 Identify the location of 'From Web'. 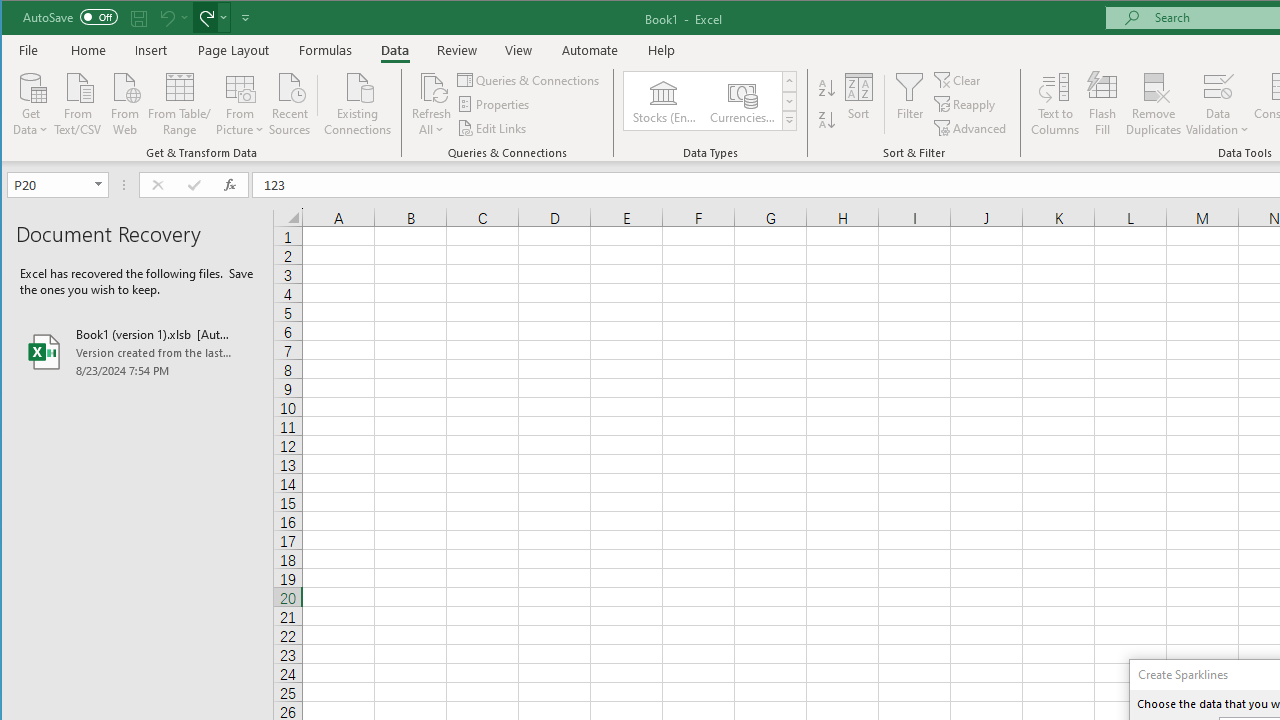
(123, 102).